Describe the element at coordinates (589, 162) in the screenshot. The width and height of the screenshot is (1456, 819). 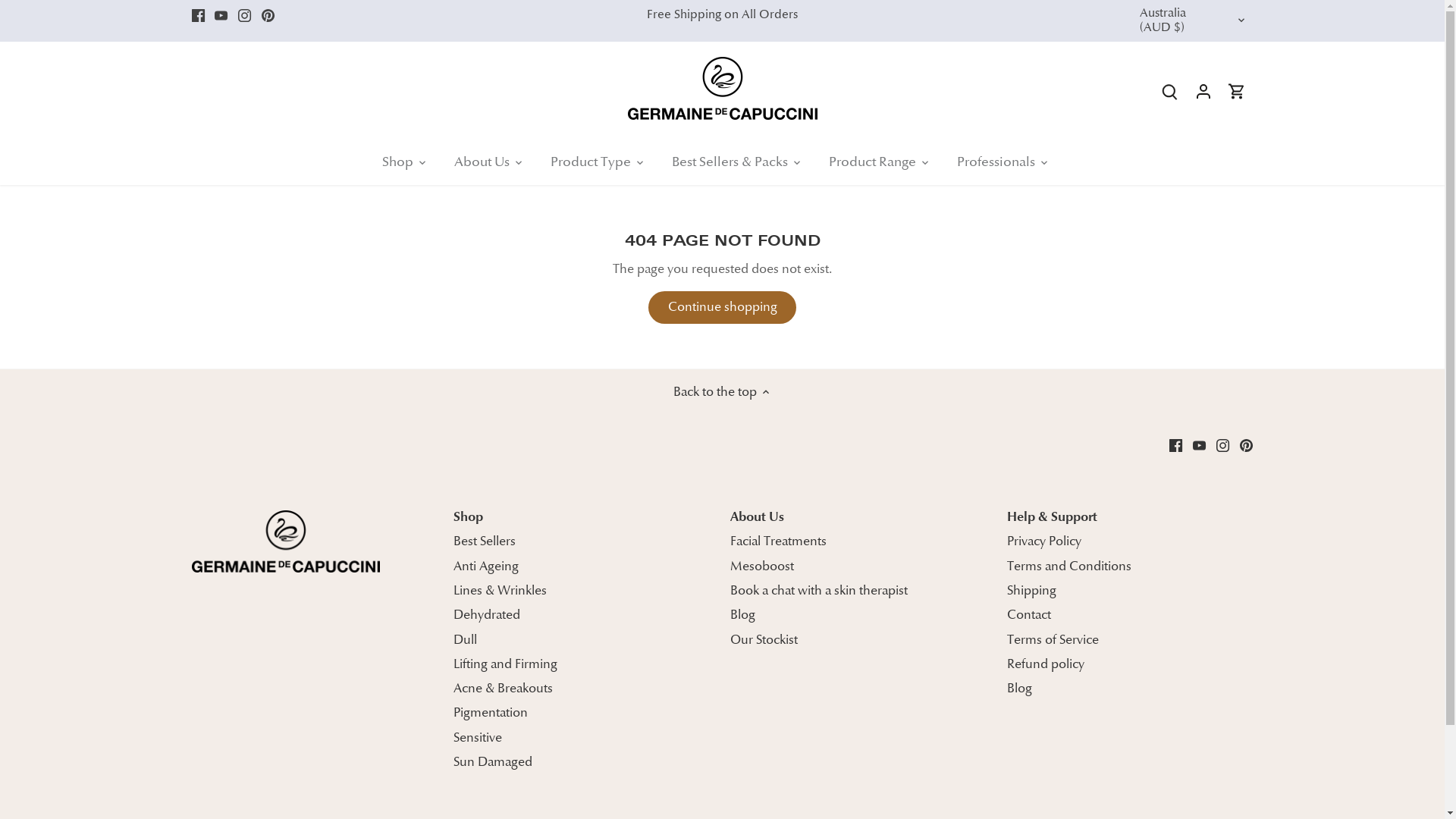
I see `'Product Type'` at that location.